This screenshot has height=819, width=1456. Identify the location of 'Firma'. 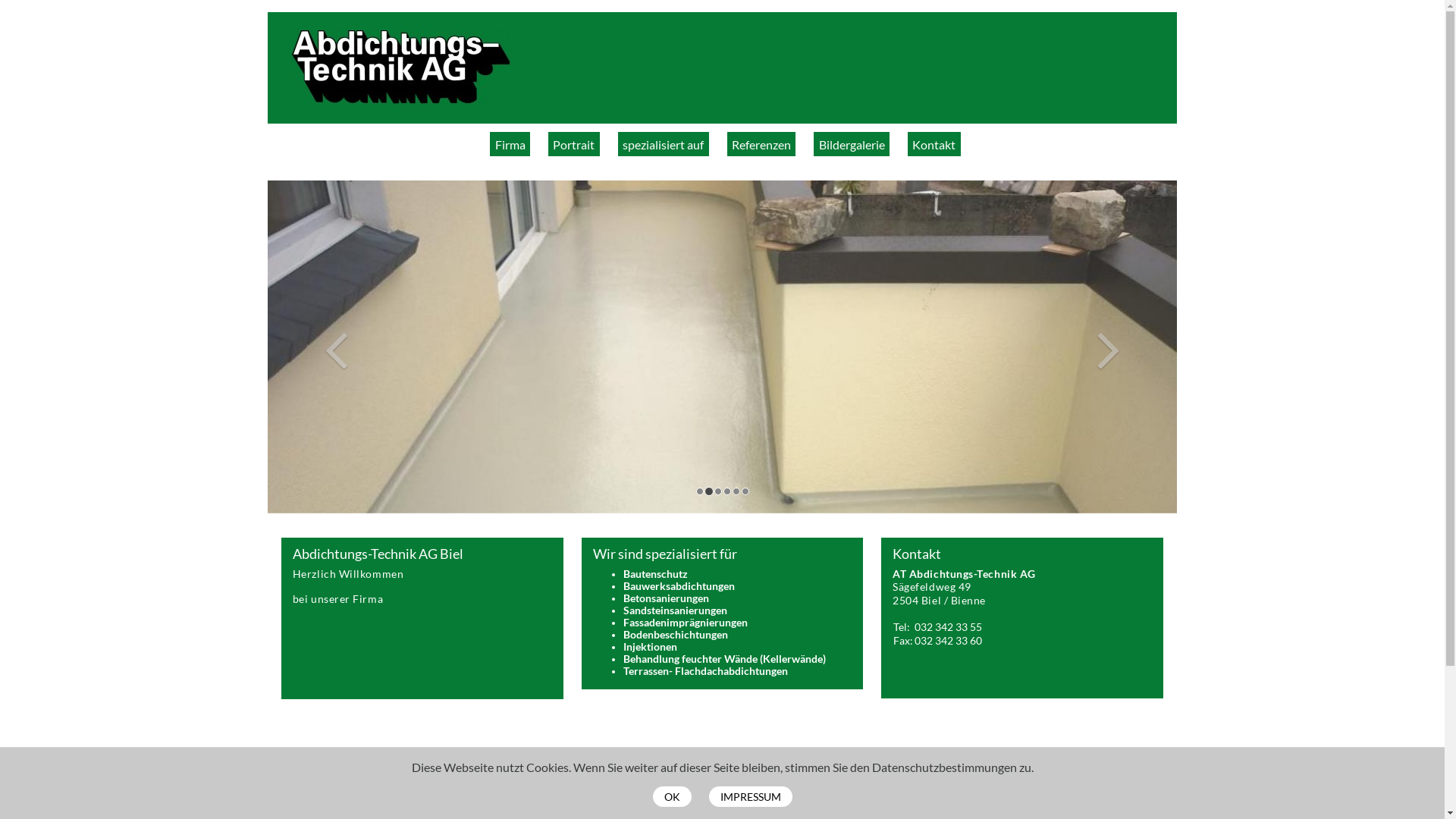
(510, 143).